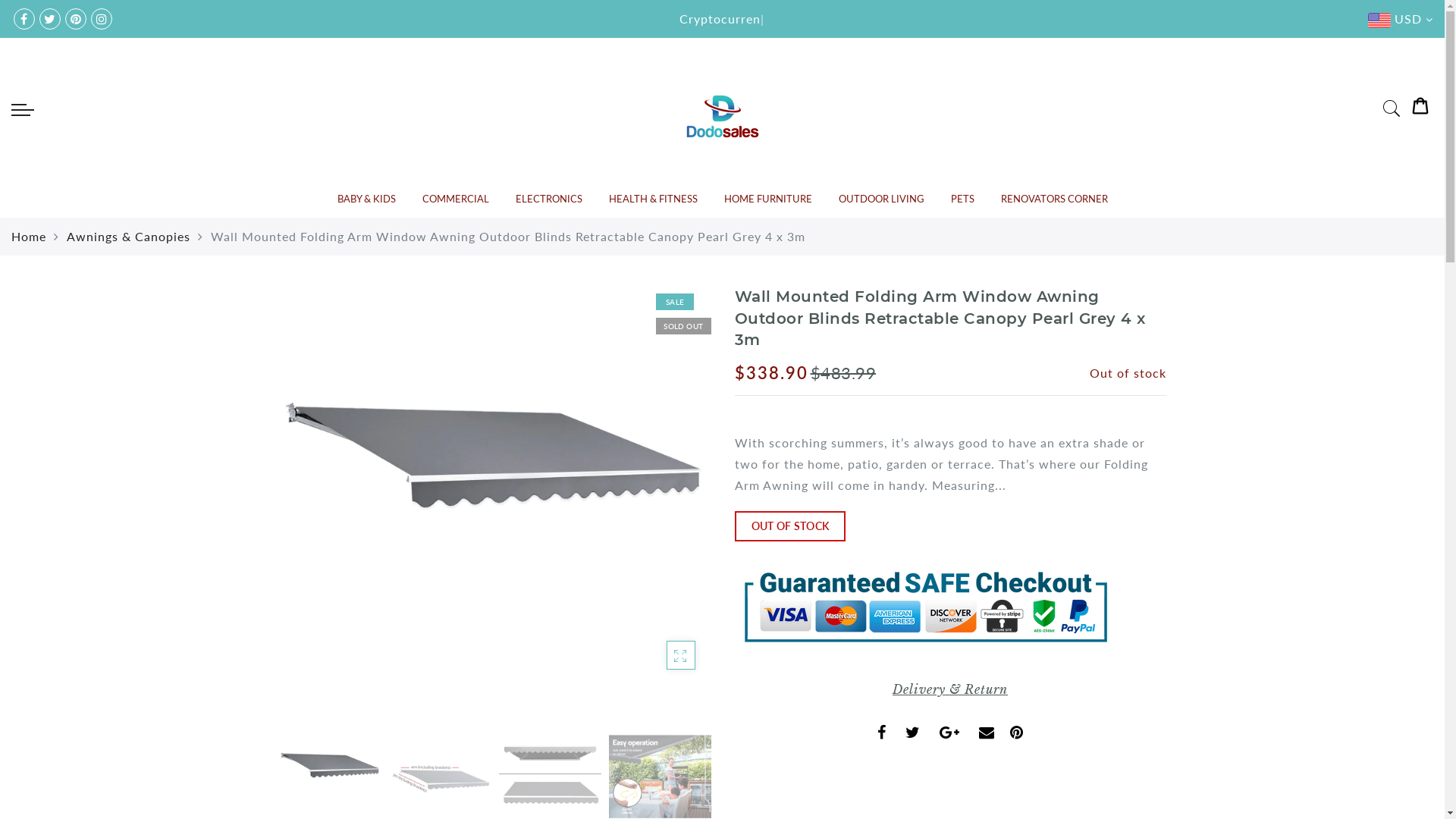 The height and width of the screenshot is (819, 1456). What do you see at coordinates (422, 198) in the screenshot?
I see `'COMMERCIAL'` at bounding box center [422, 198].